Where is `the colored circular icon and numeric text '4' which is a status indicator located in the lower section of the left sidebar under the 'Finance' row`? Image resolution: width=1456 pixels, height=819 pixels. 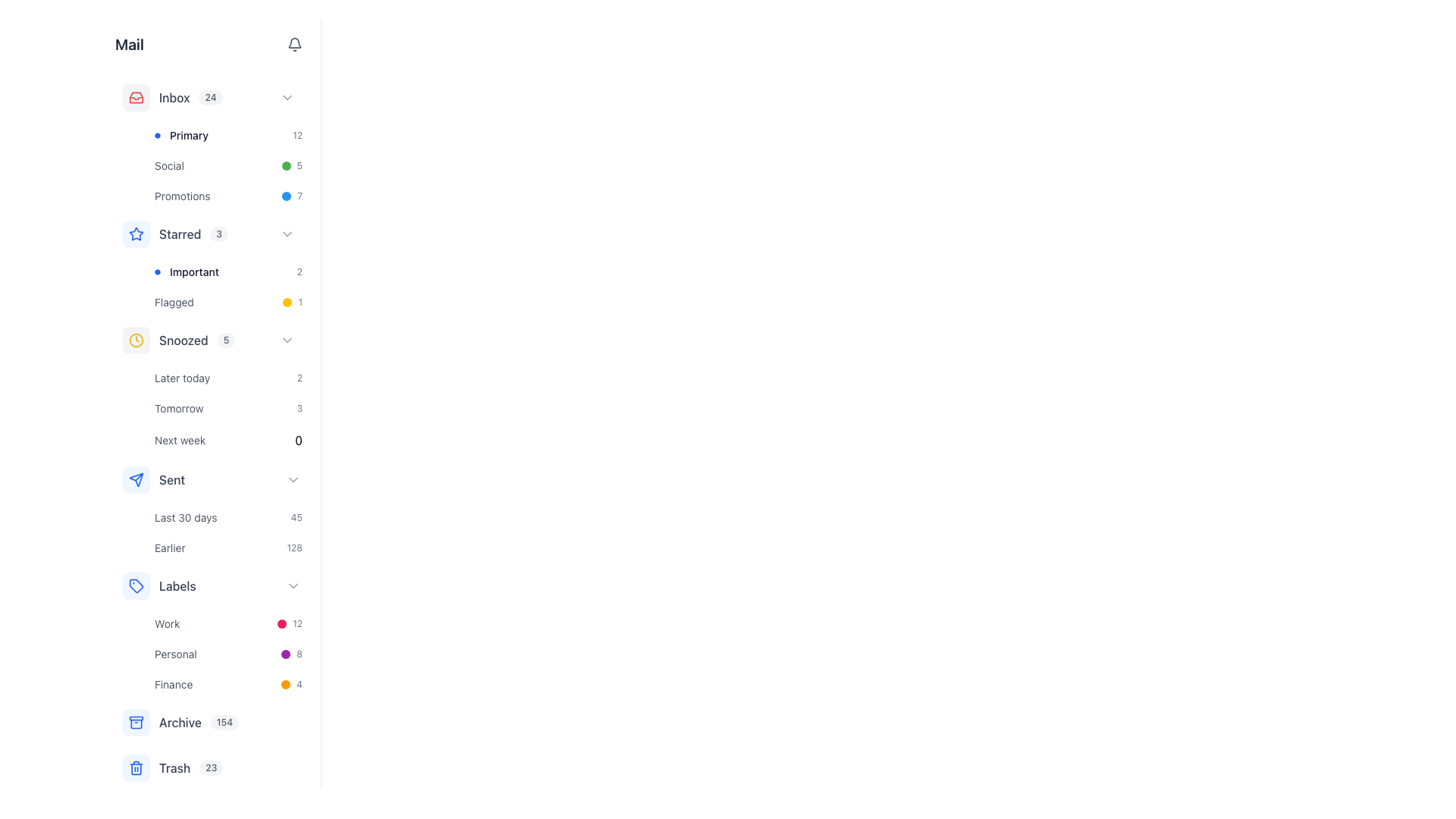
the colored circular icon and numeric text '4' which is a status indicator located in the lower section of the left sidebar under the 'Finance' row is located at coordinates (292, 684).